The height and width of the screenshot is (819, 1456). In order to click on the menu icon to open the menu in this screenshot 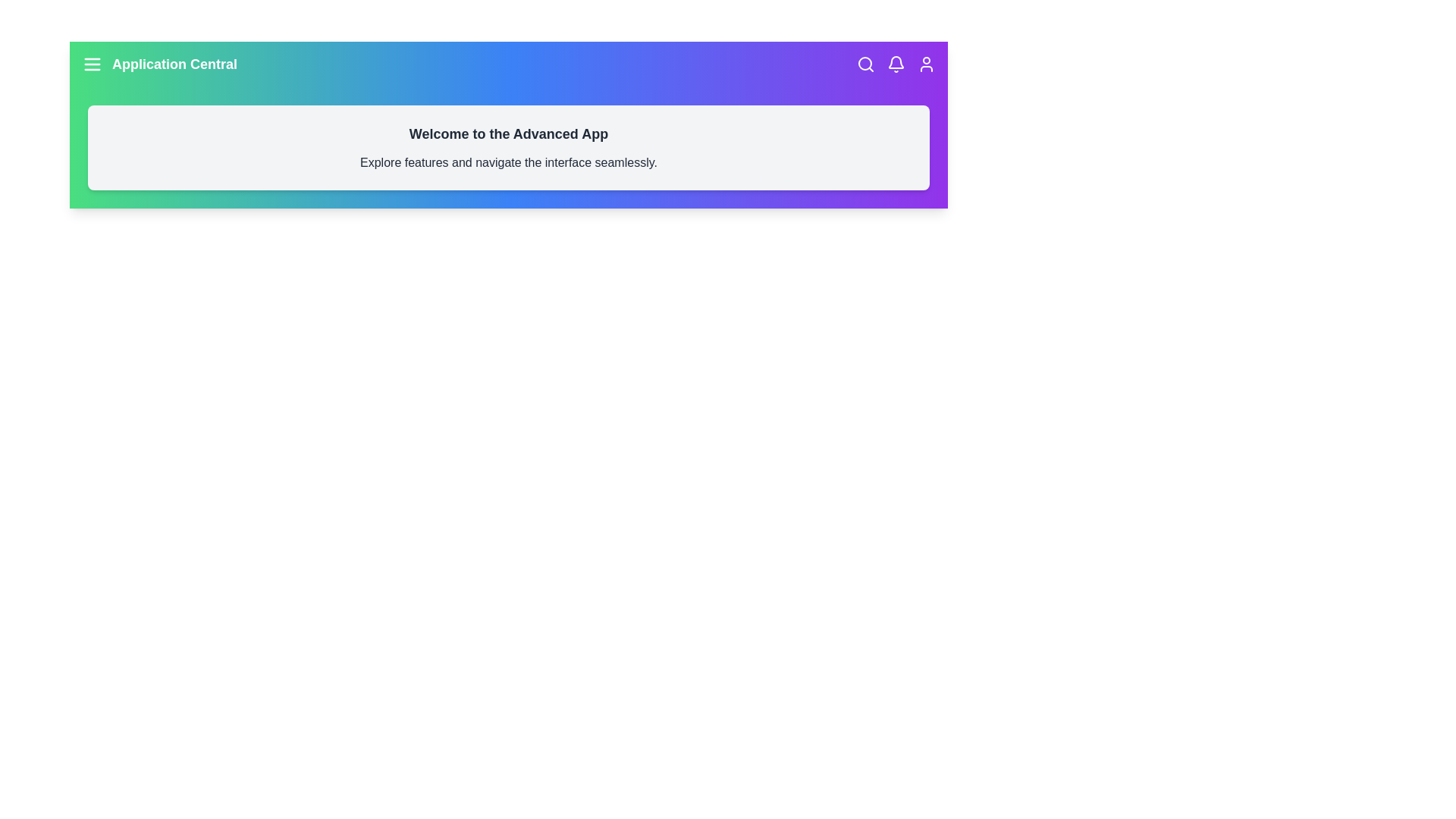, I will do `click(91, 63)`.